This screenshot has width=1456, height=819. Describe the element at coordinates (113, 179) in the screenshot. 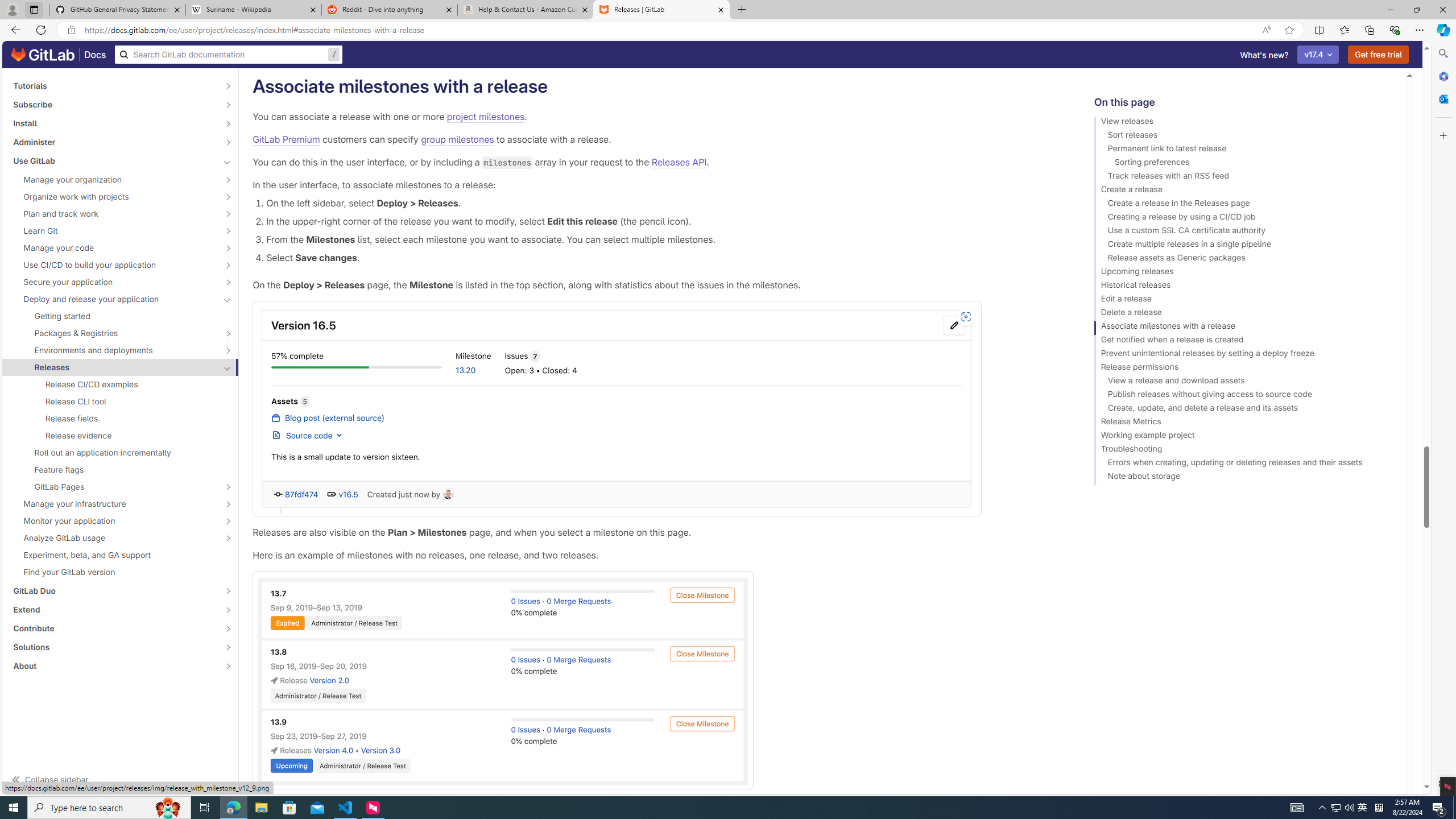

I see `'Manage your organization'` at that location.